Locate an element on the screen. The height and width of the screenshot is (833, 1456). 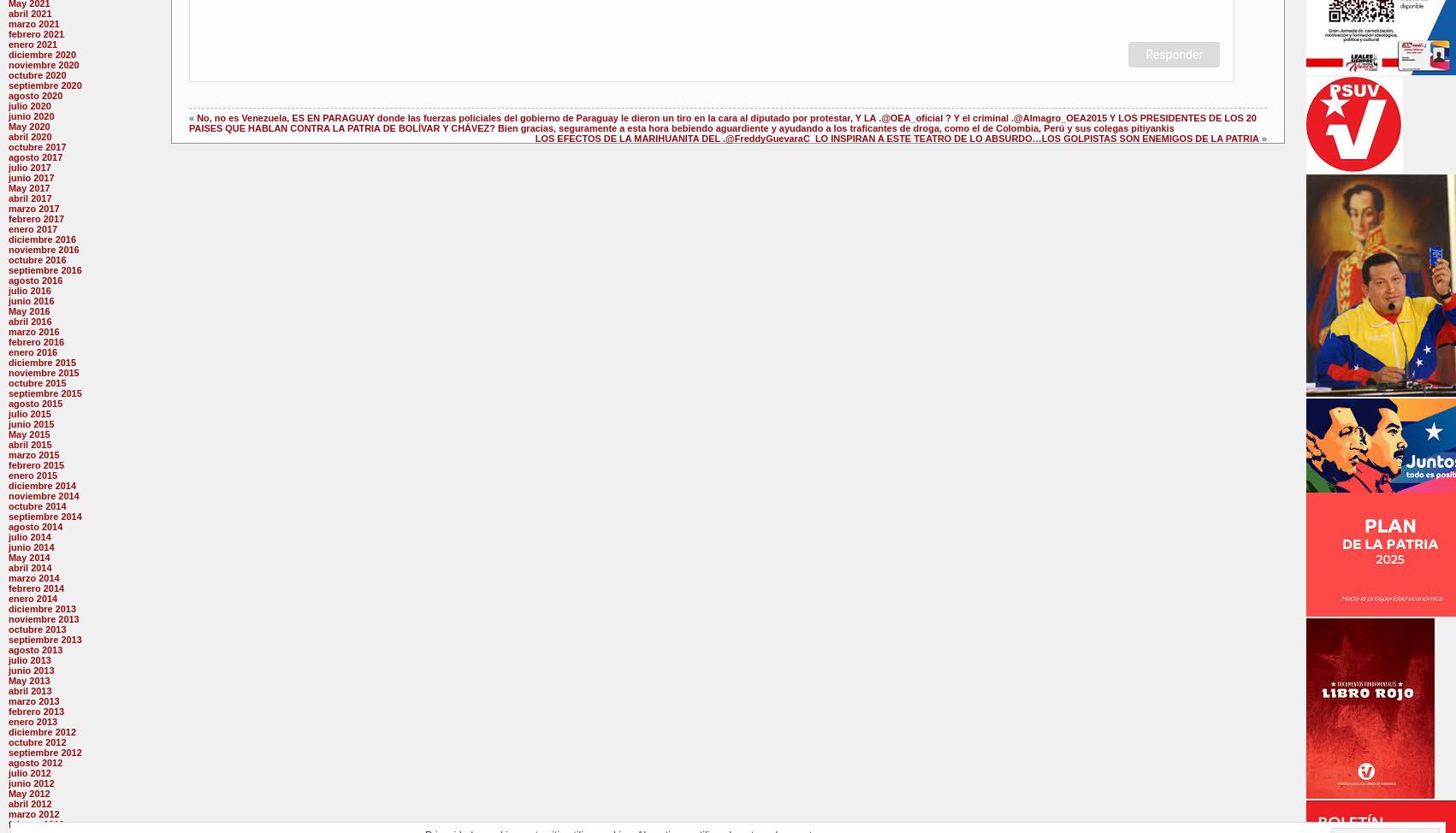
'abril 2015' is located at coordinates (30, 445).